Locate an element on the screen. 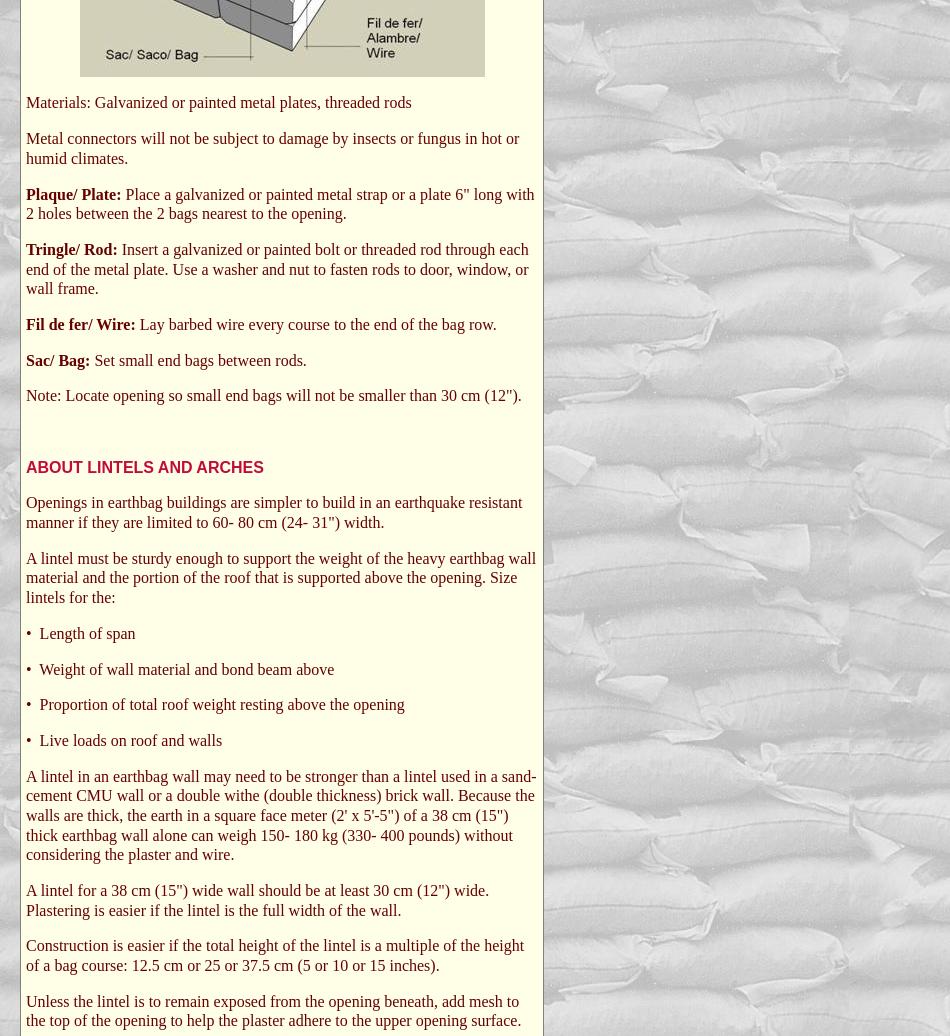 This screenshot has height=1036, width=950. 'A lintel for a 38 cm (15") wide wall should be at least 30 cm (12") wide. Plastering is easier if the lintel is the full width of the wall.' is located at coordinates (256, 899).